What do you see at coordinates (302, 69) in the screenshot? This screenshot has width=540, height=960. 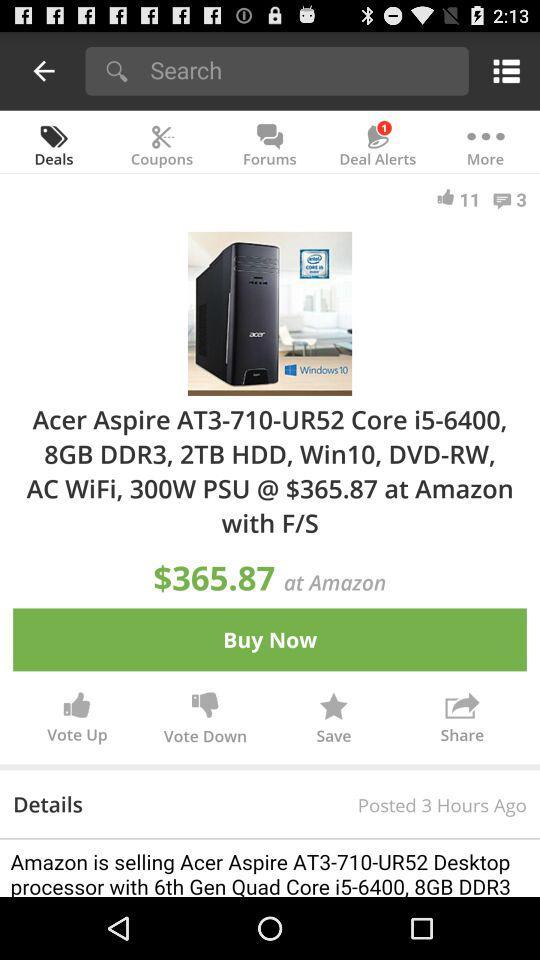 I see `active search bar` at bounding box center [302, 69].